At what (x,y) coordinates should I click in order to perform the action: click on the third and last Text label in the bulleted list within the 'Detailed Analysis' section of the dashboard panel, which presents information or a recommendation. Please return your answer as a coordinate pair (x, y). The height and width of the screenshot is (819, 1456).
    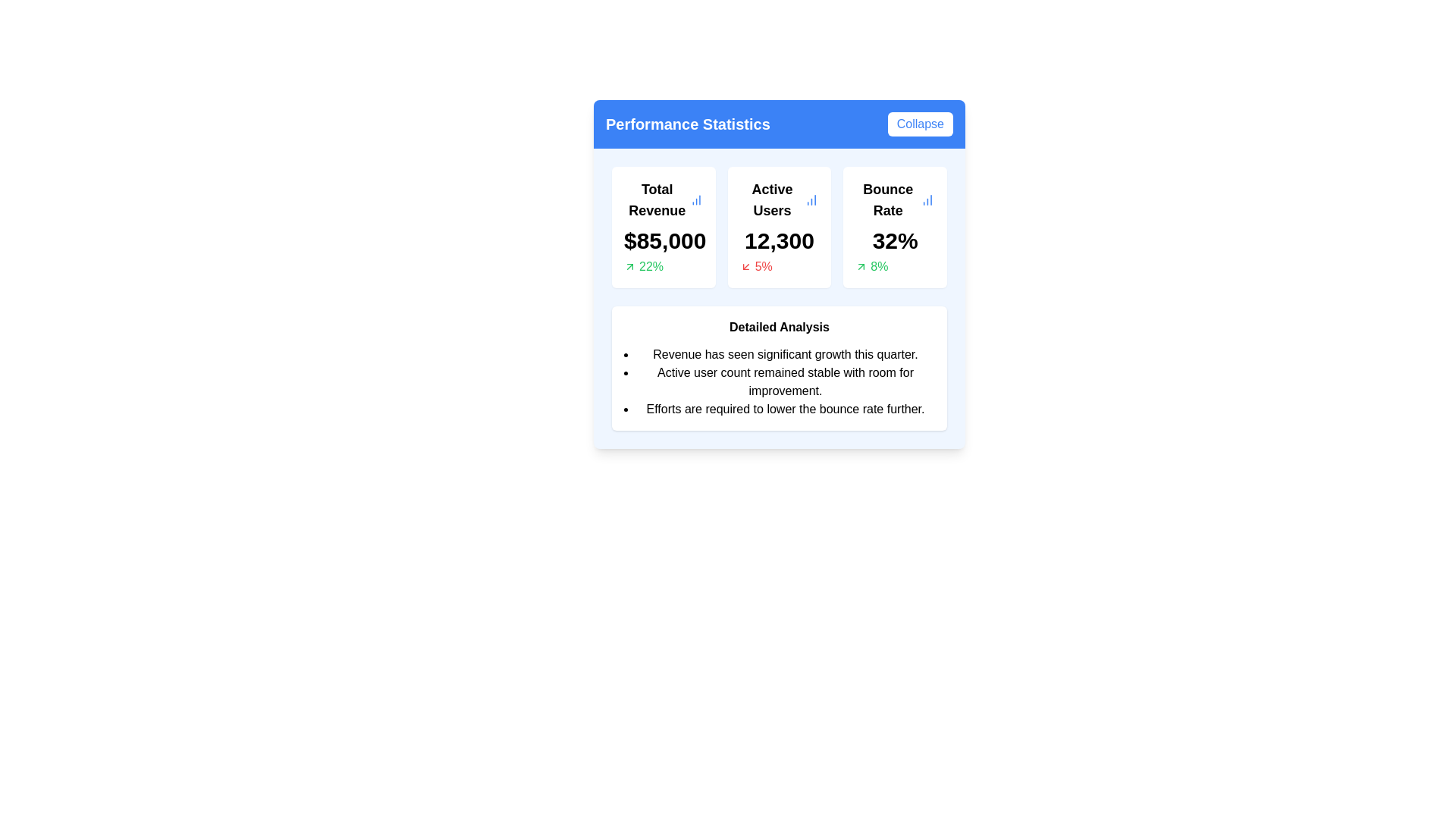
    Looking at the image, I should click on (786, 409).